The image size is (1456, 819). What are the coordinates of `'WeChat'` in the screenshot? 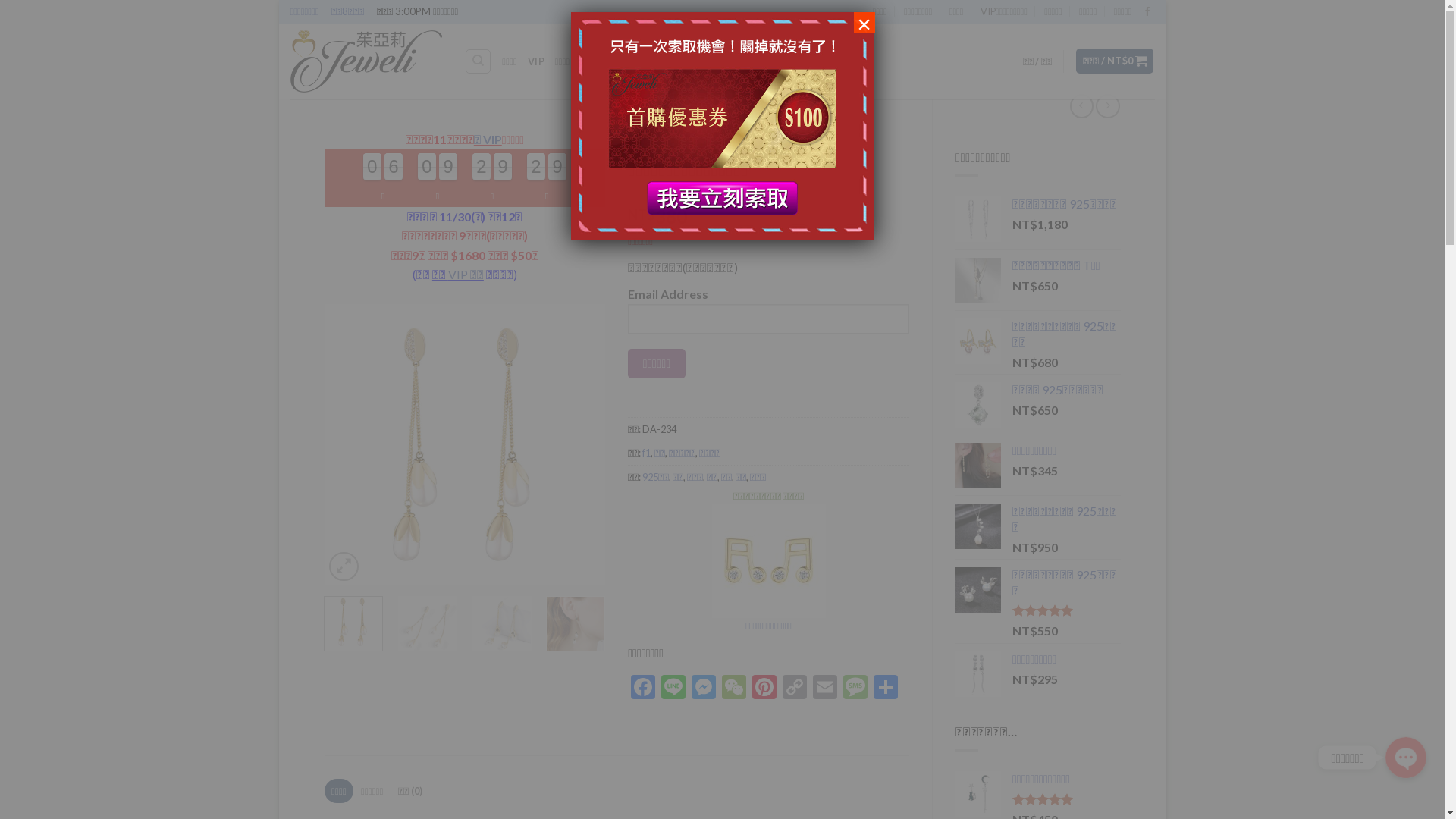 It's located at (734, 688).